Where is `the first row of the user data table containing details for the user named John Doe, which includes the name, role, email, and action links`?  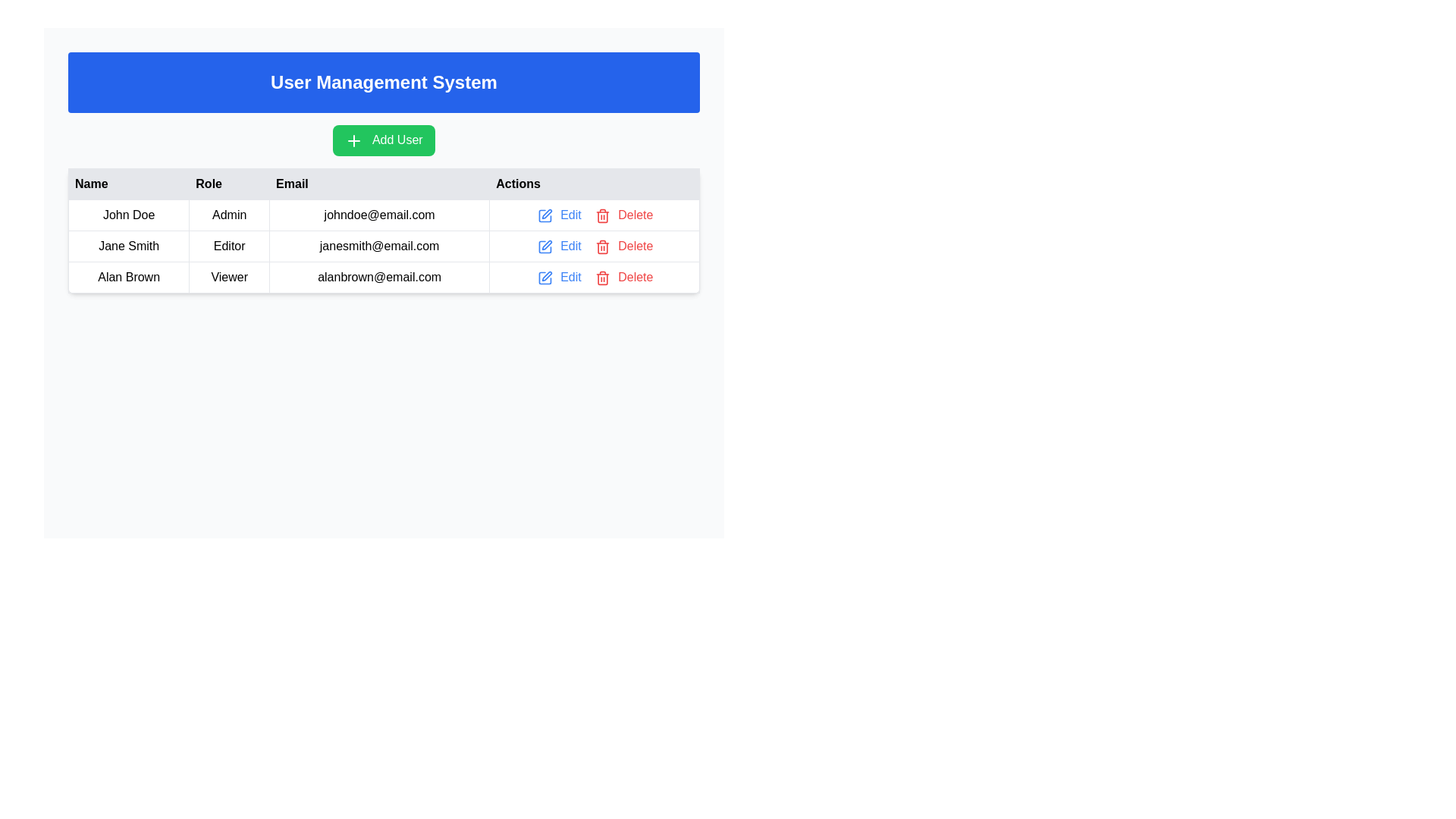
the first row of the user data table containing details for the user named John Doe, which includes the name, role, email, and action links is located at coordinates (384, 231).